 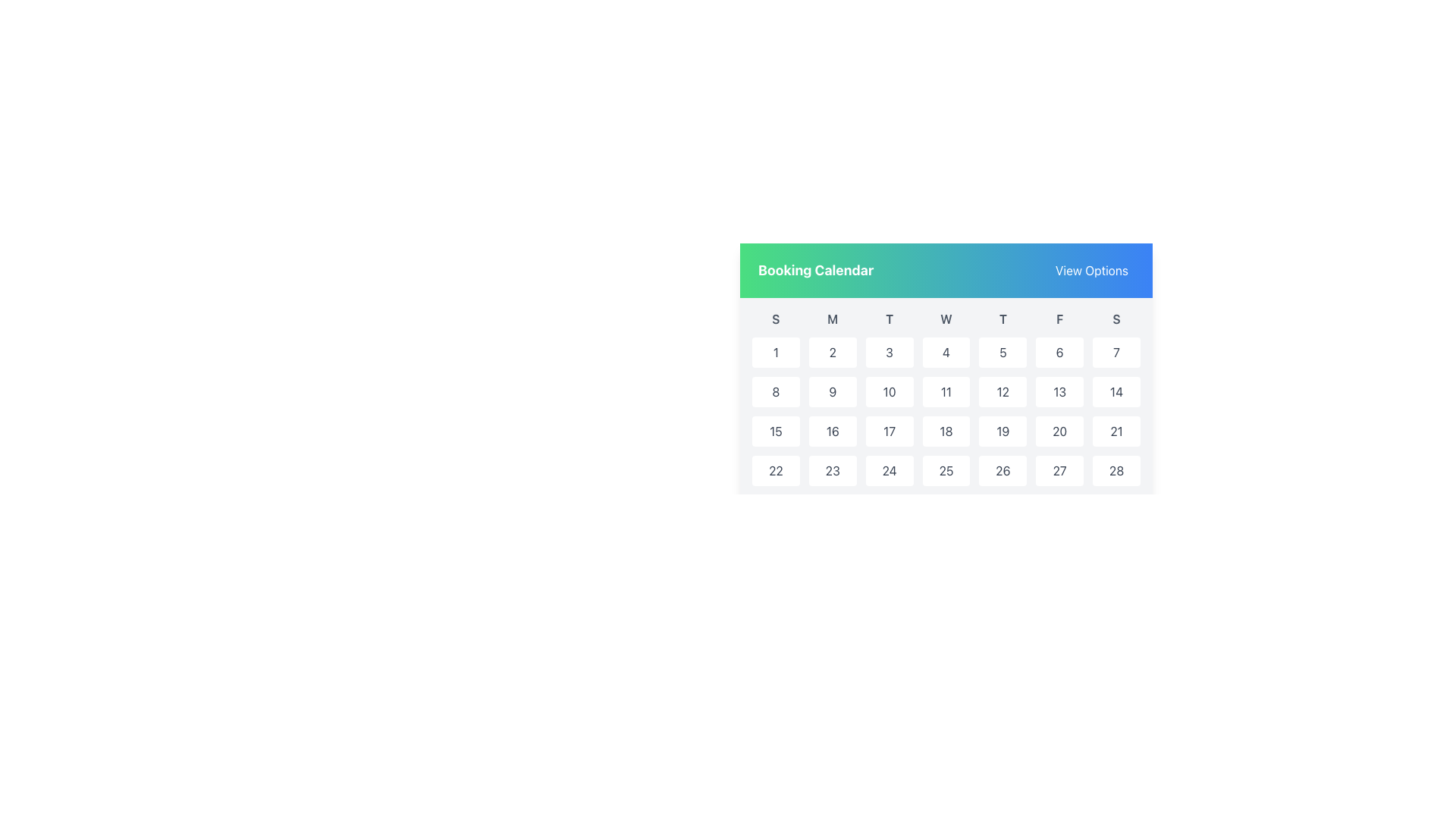 I want to click on the button representing the 9th day in the calendar grid, so click(x=832, y=391).